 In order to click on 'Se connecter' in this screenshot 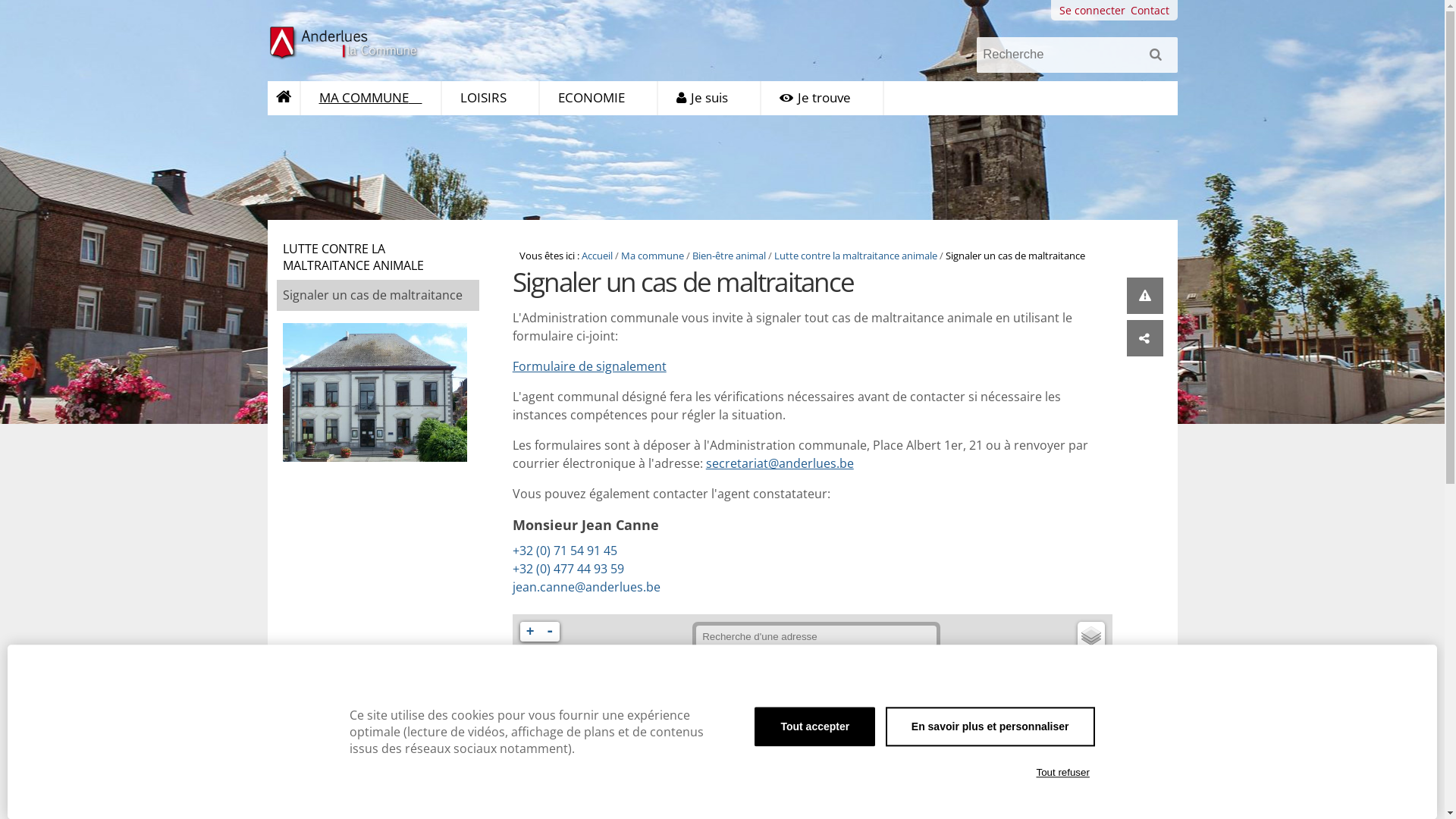, I will do `click(1092, 10)`.